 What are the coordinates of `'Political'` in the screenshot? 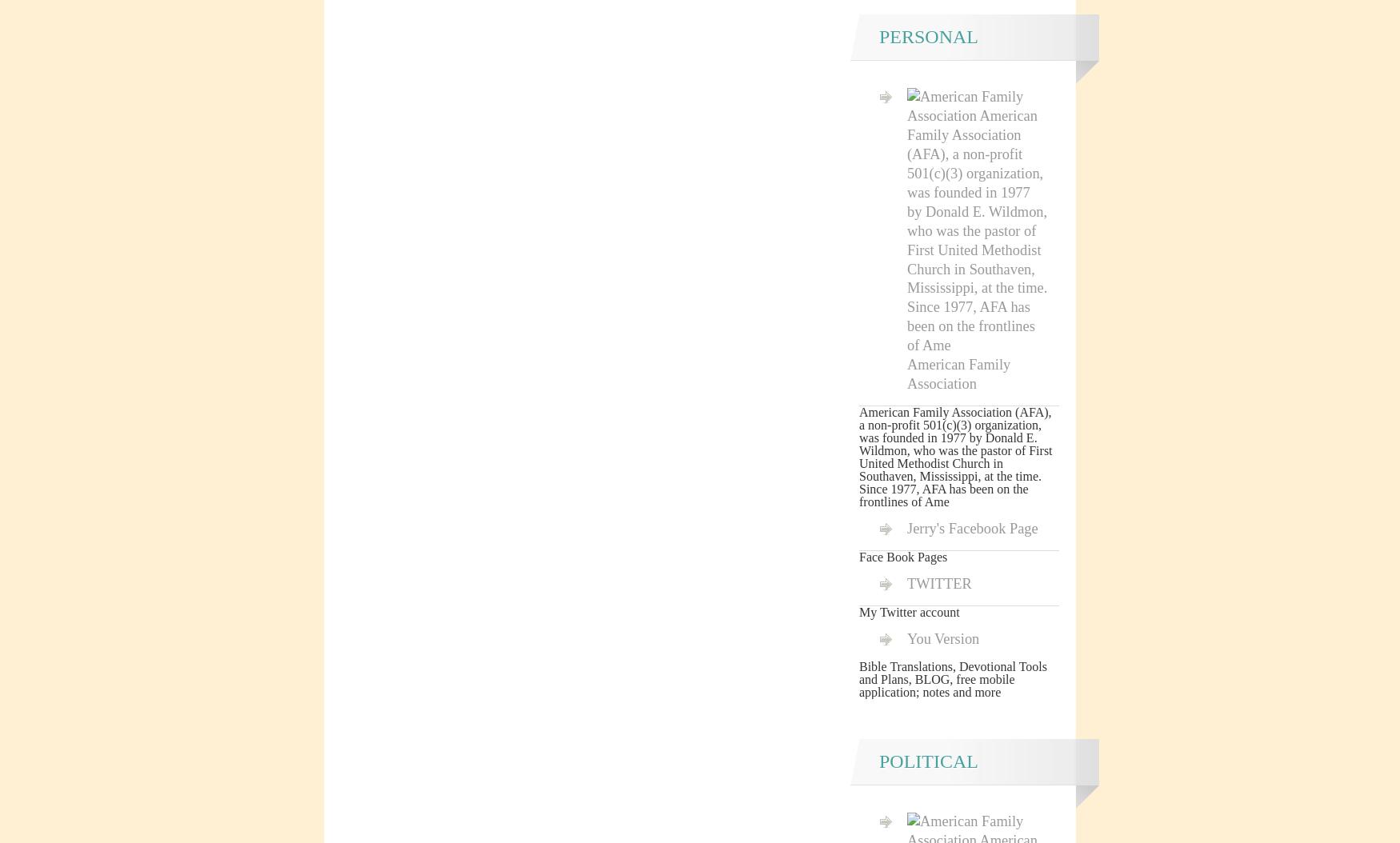 It's located at (927, 761).